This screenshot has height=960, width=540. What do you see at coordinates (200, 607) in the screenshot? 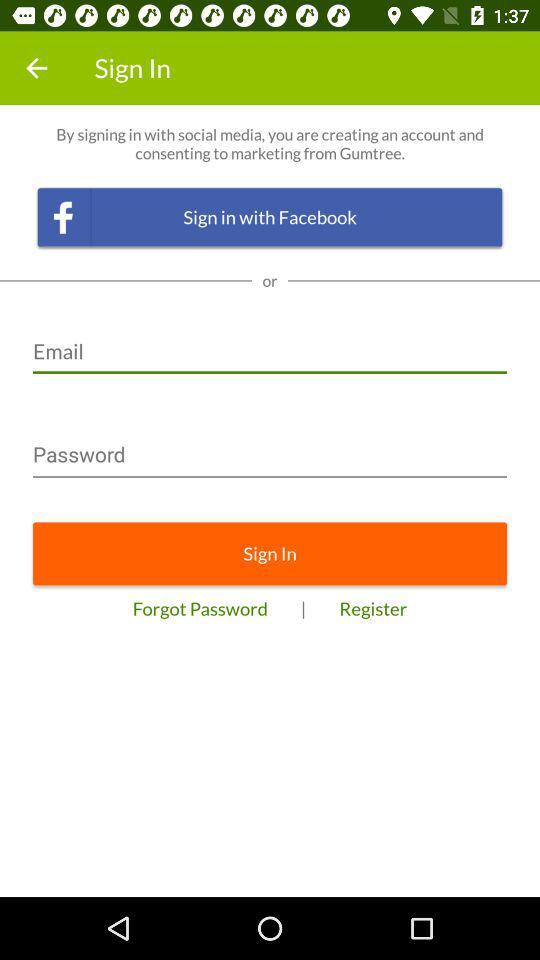
I see `icon to the left of the |` at bounding box center [200, 607].